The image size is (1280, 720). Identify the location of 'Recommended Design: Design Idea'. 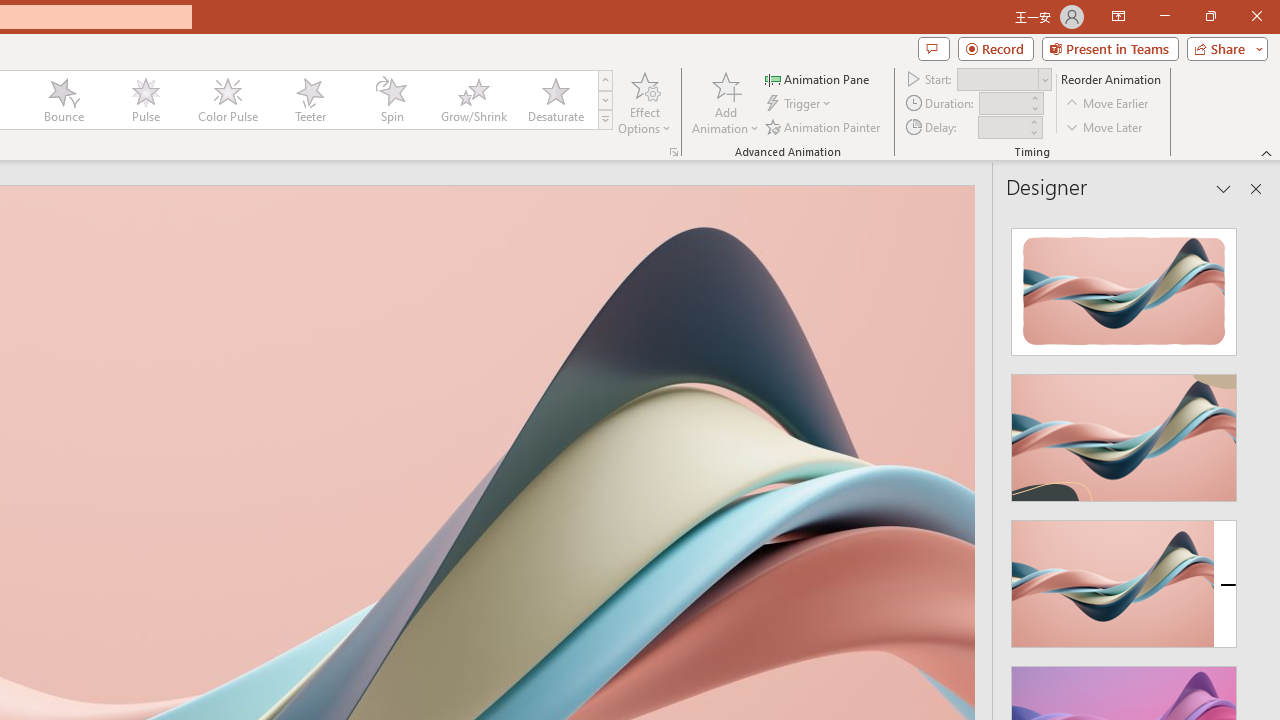
(1124, 286).